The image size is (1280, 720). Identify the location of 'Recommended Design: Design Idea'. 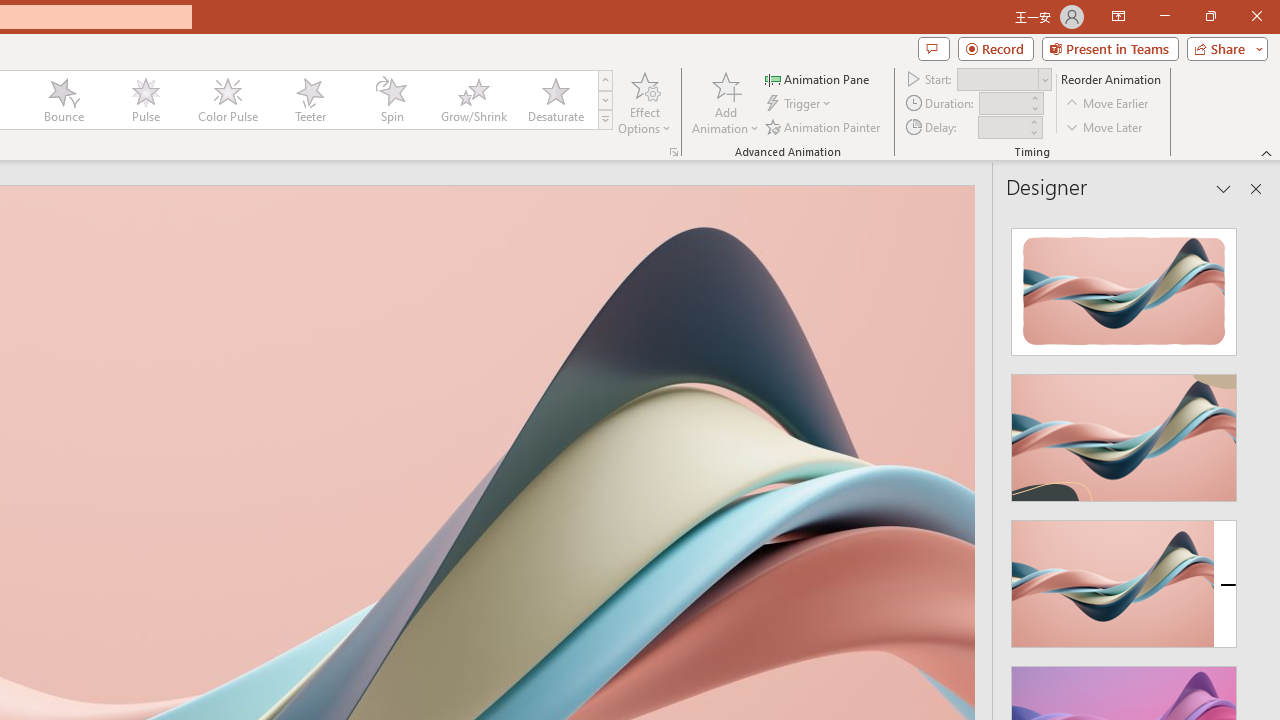
(1124, 286).